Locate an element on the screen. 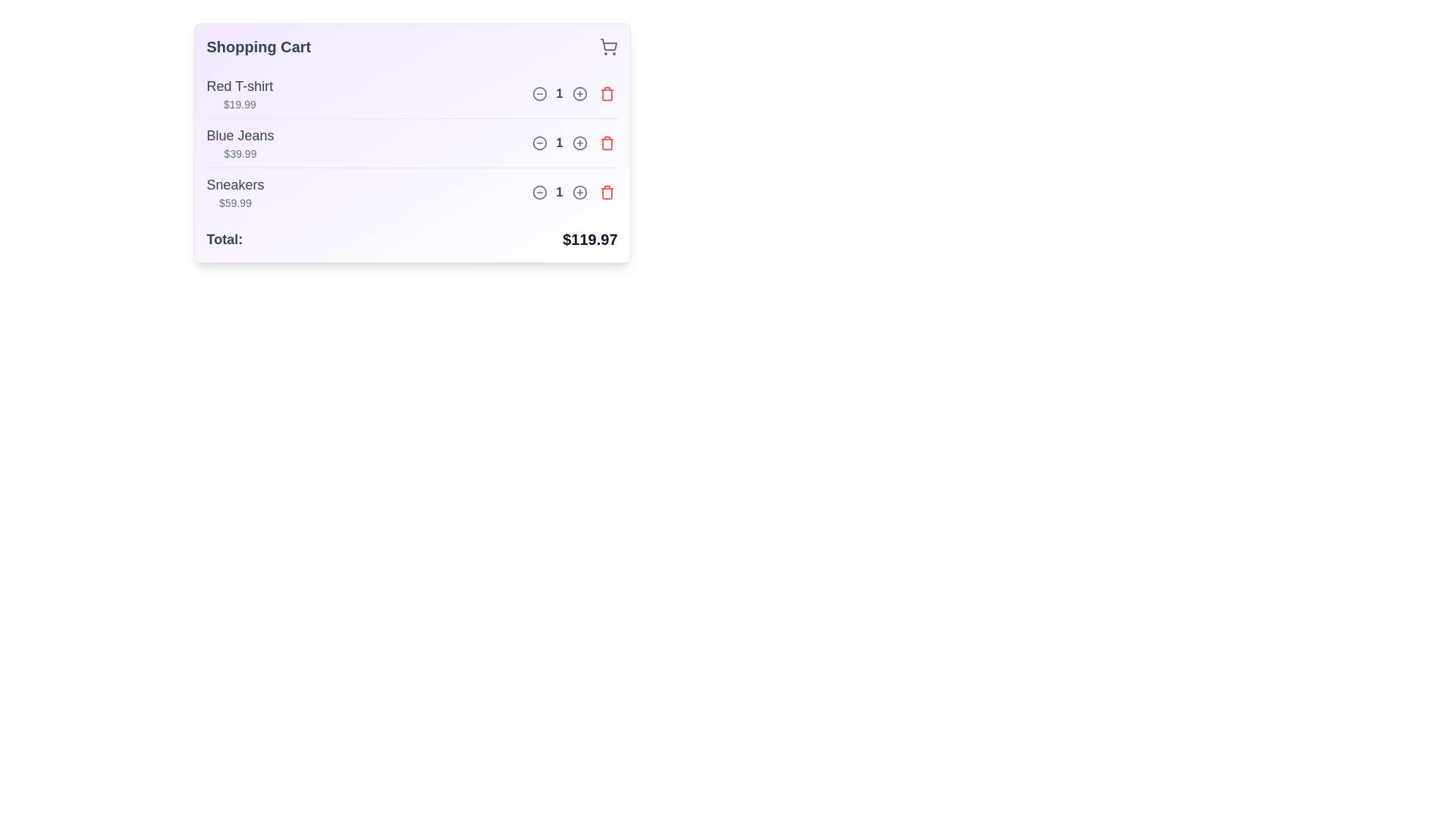 The height and width of the screenshot is (819, 1456). displayed numeric value from the text element representing the current quantity of the associated shopping cart item, located between the decrement and increment buttons is located at coordinates (559, 93).